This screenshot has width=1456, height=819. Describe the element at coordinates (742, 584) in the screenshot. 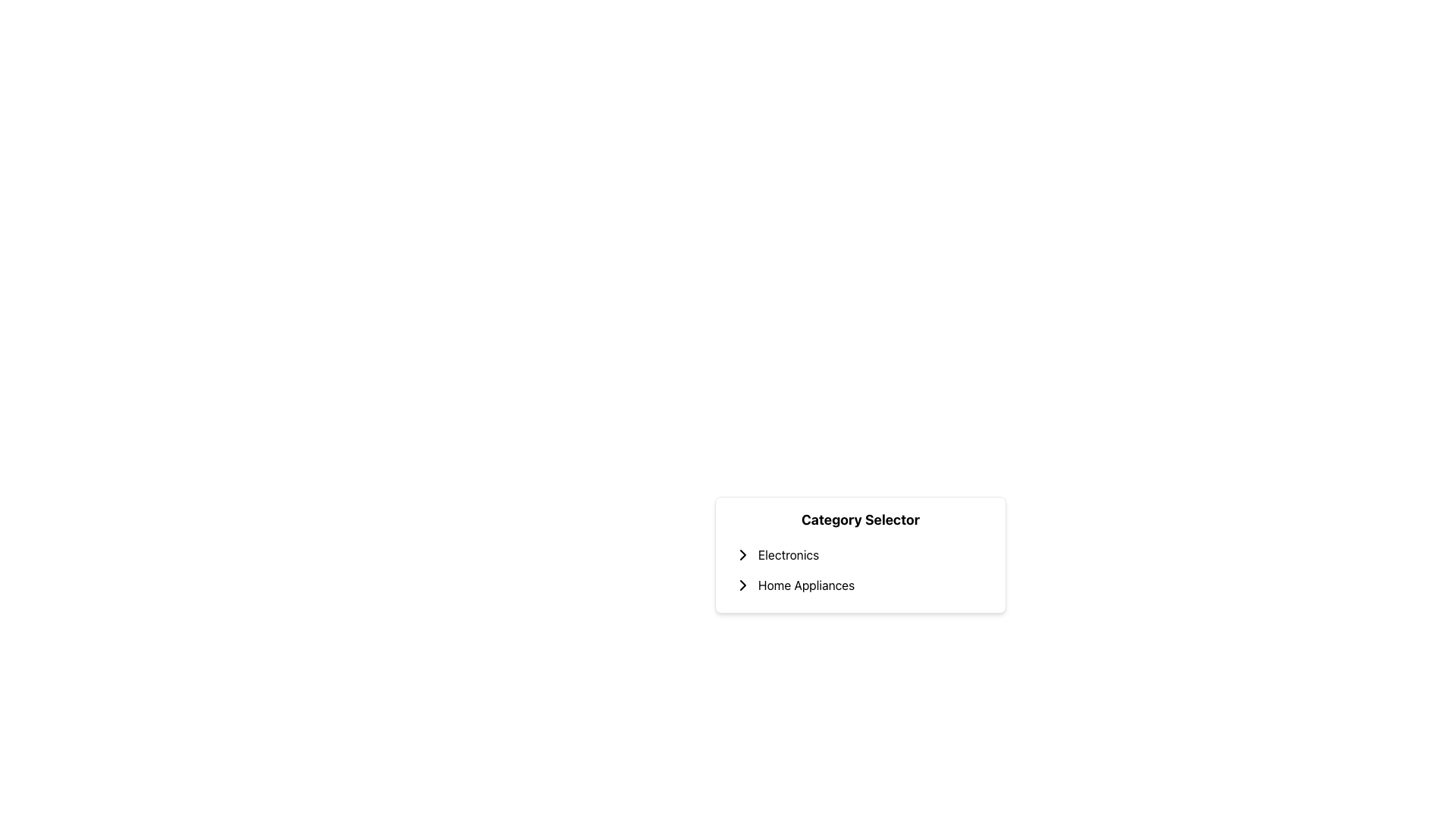

I see `the arrow icon indicating the expandable subtree for 'Home Appliances' to expand the subcategory` at that location.